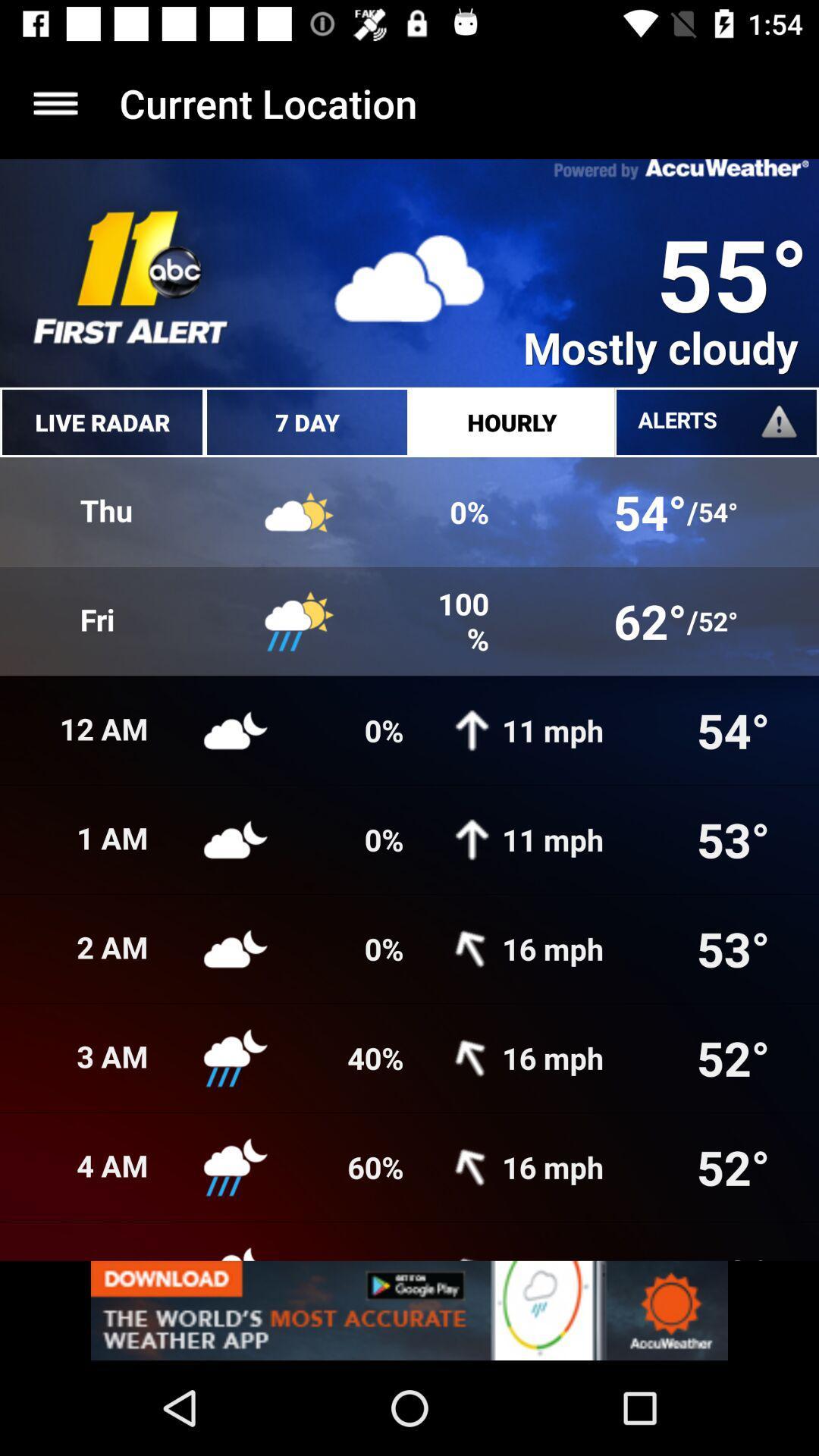  I want to click on the menu icon, so click(55, 102).